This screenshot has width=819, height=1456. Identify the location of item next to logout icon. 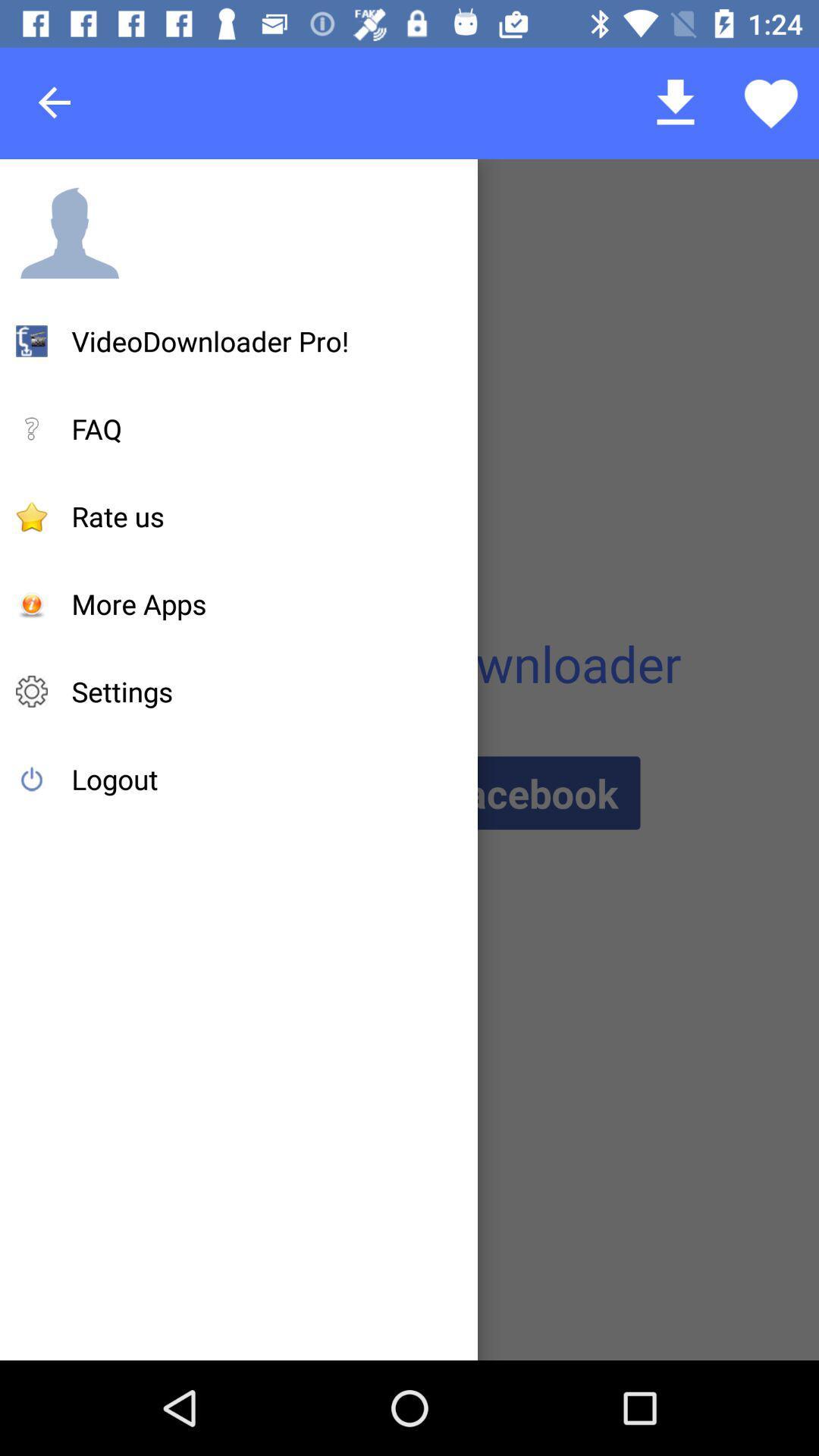
(408, 792).